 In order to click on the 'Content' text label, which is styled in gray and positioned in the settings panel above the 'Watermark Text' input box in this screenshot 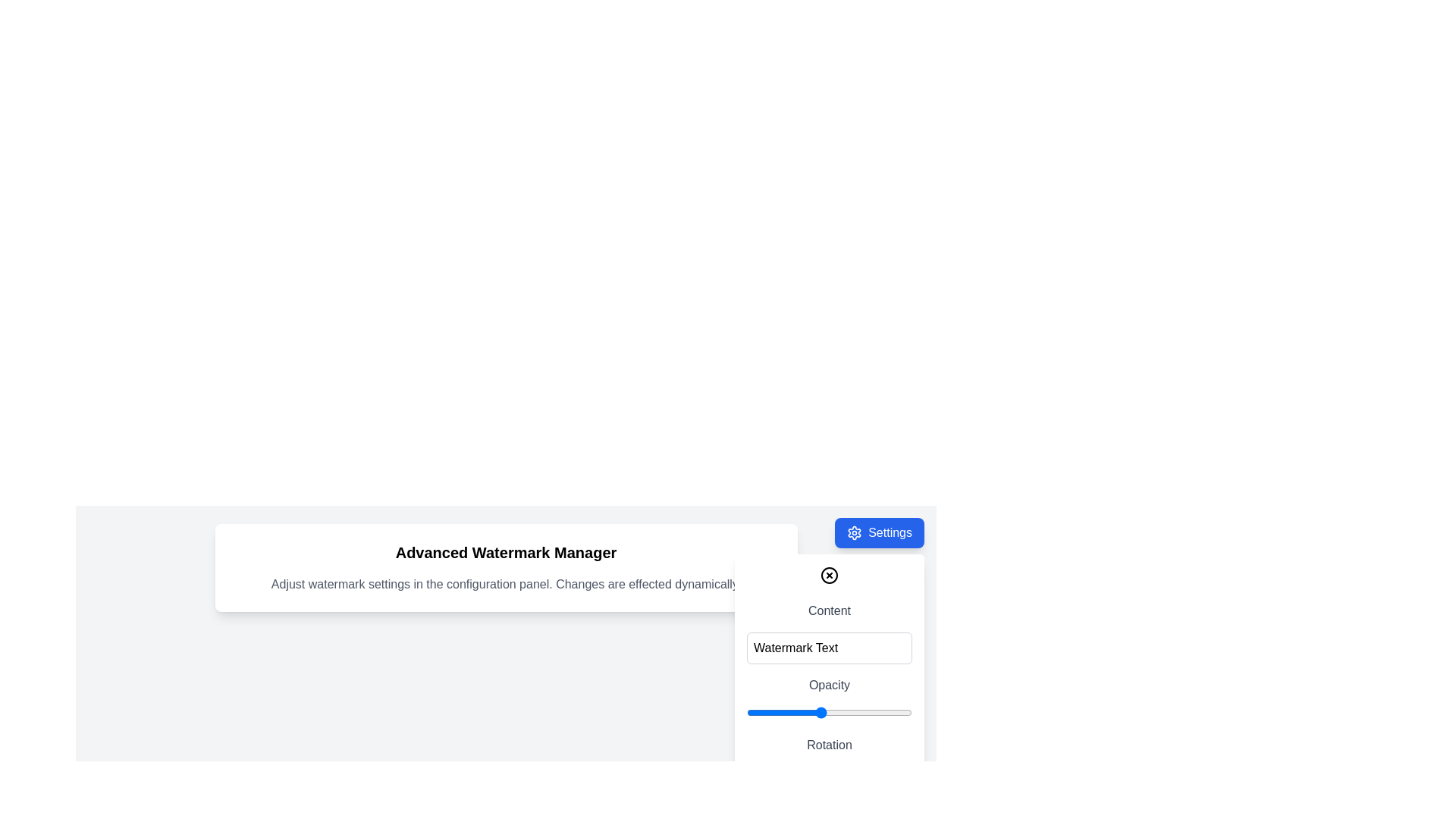, I will do `click(829, 610)`.